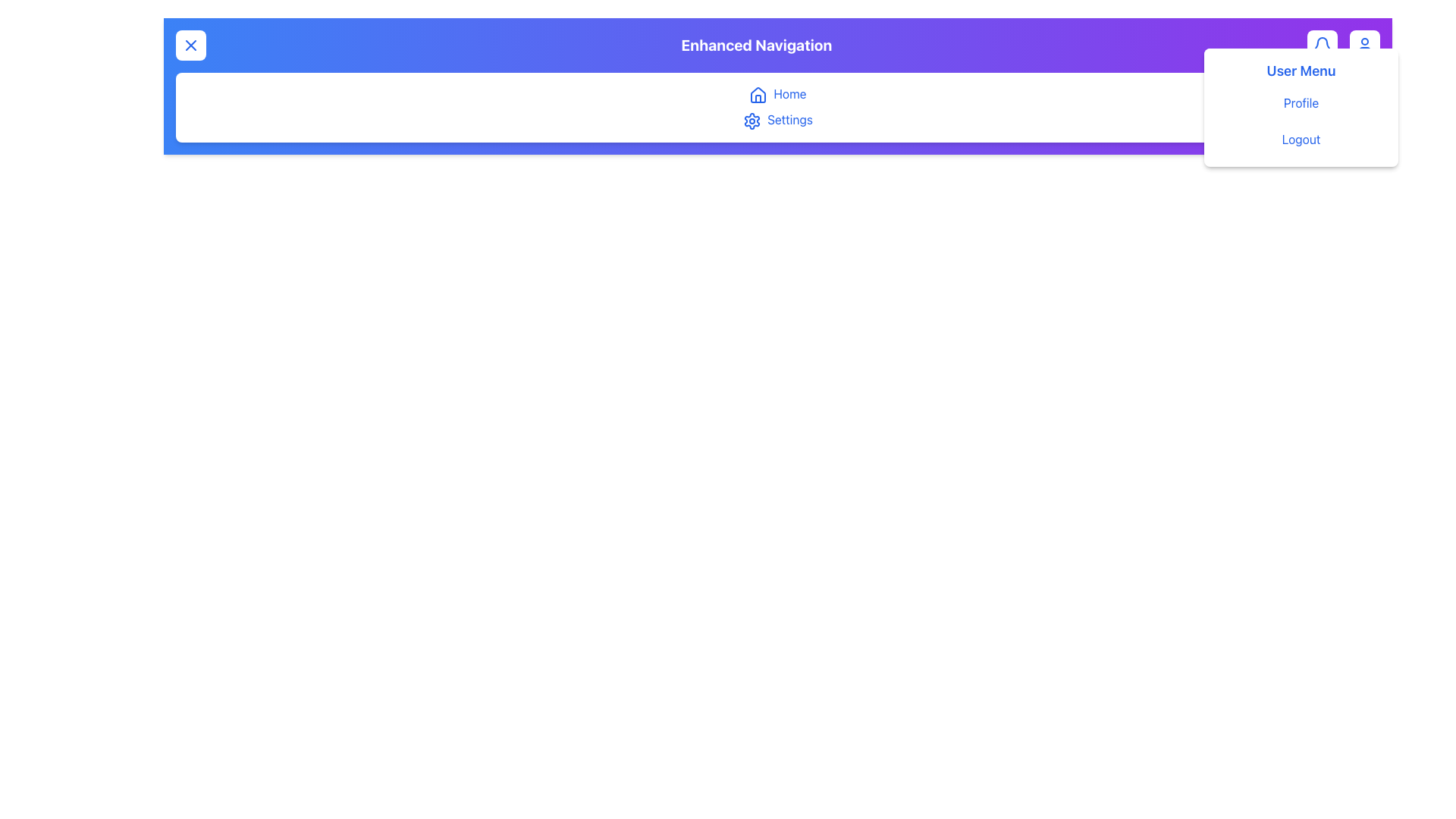  I want to click on the blue house icon located to the left of the 'Home' text in the top navigation bar, so click(758, 94).